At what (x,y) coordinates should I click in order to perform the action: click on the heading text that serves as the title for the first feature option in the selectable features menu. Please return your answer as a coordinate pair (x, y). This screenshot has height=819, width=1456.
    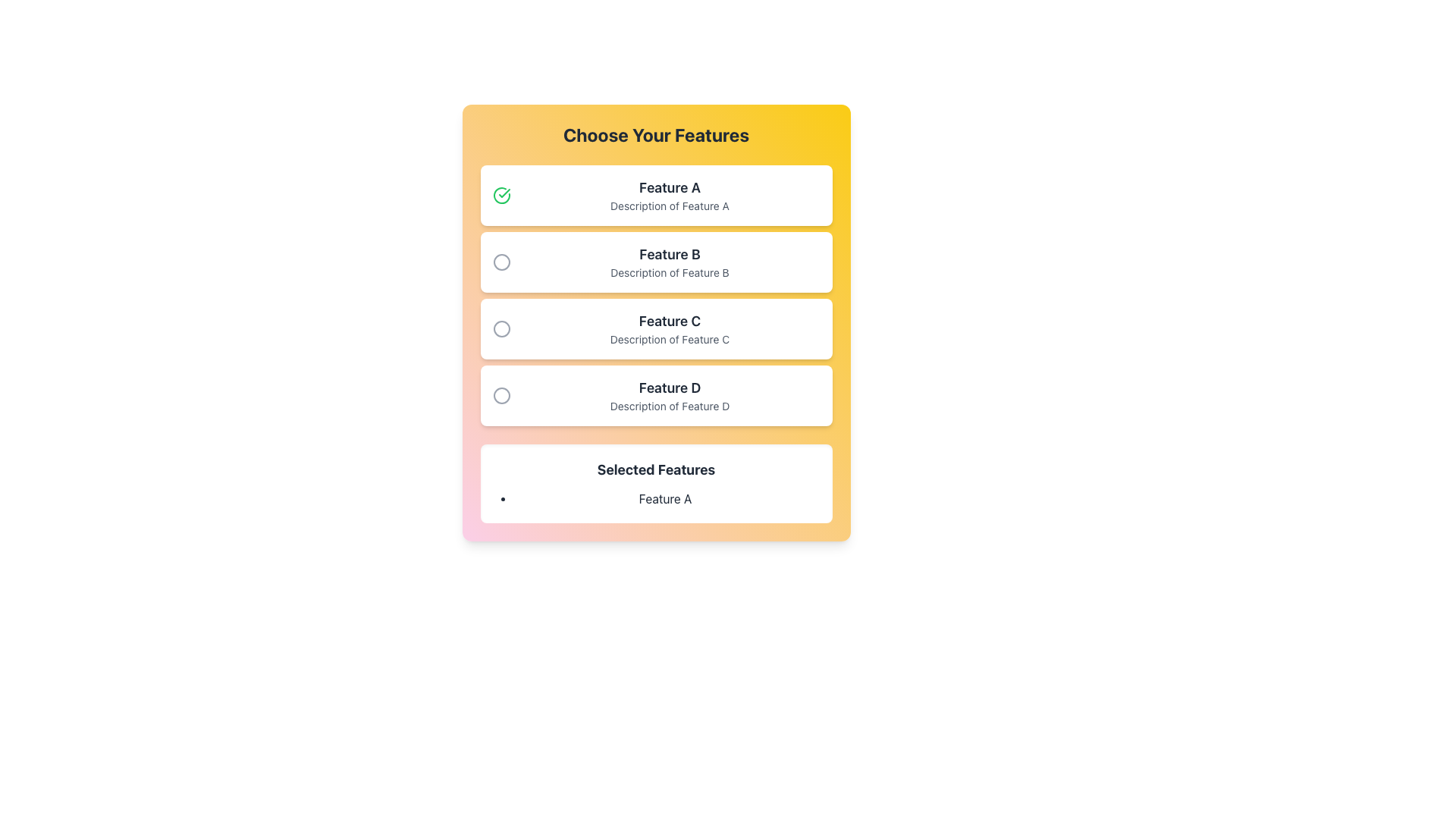
    Looking at the image, I should click on (669, 187).